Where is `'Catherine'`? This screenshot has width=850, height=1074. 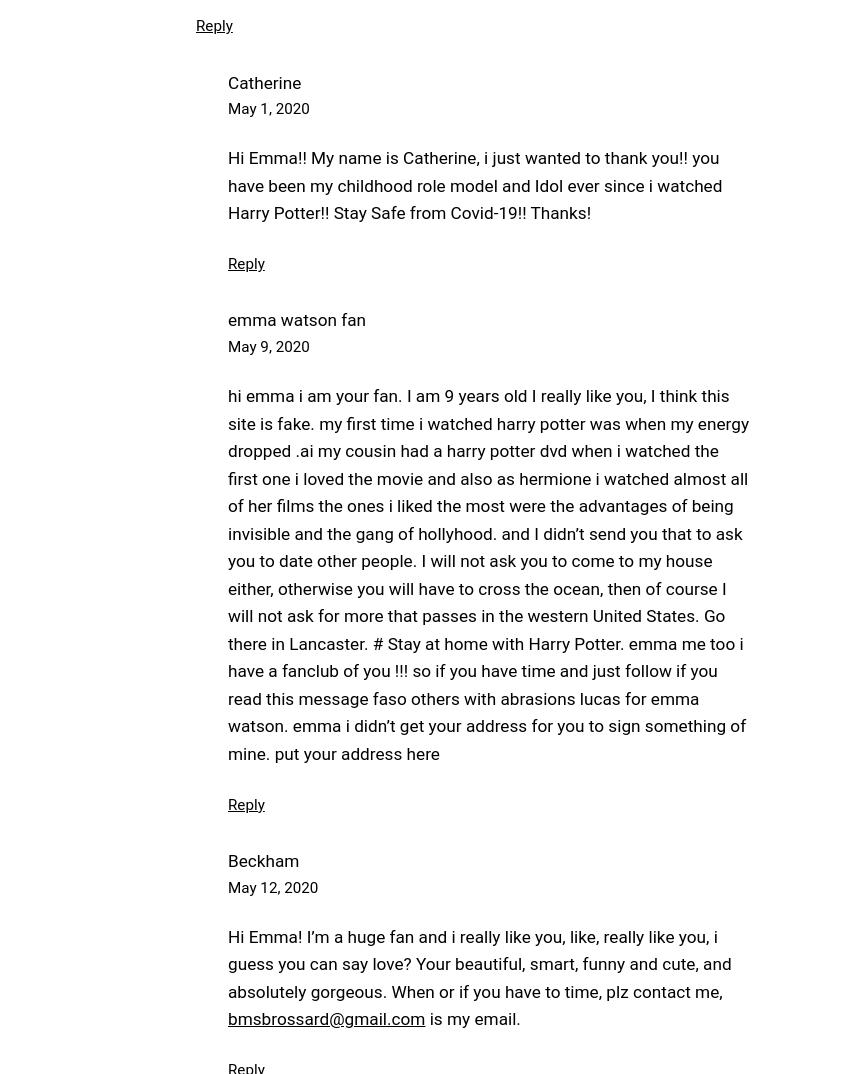
'Catherine' is located at coordinates (263, 82).